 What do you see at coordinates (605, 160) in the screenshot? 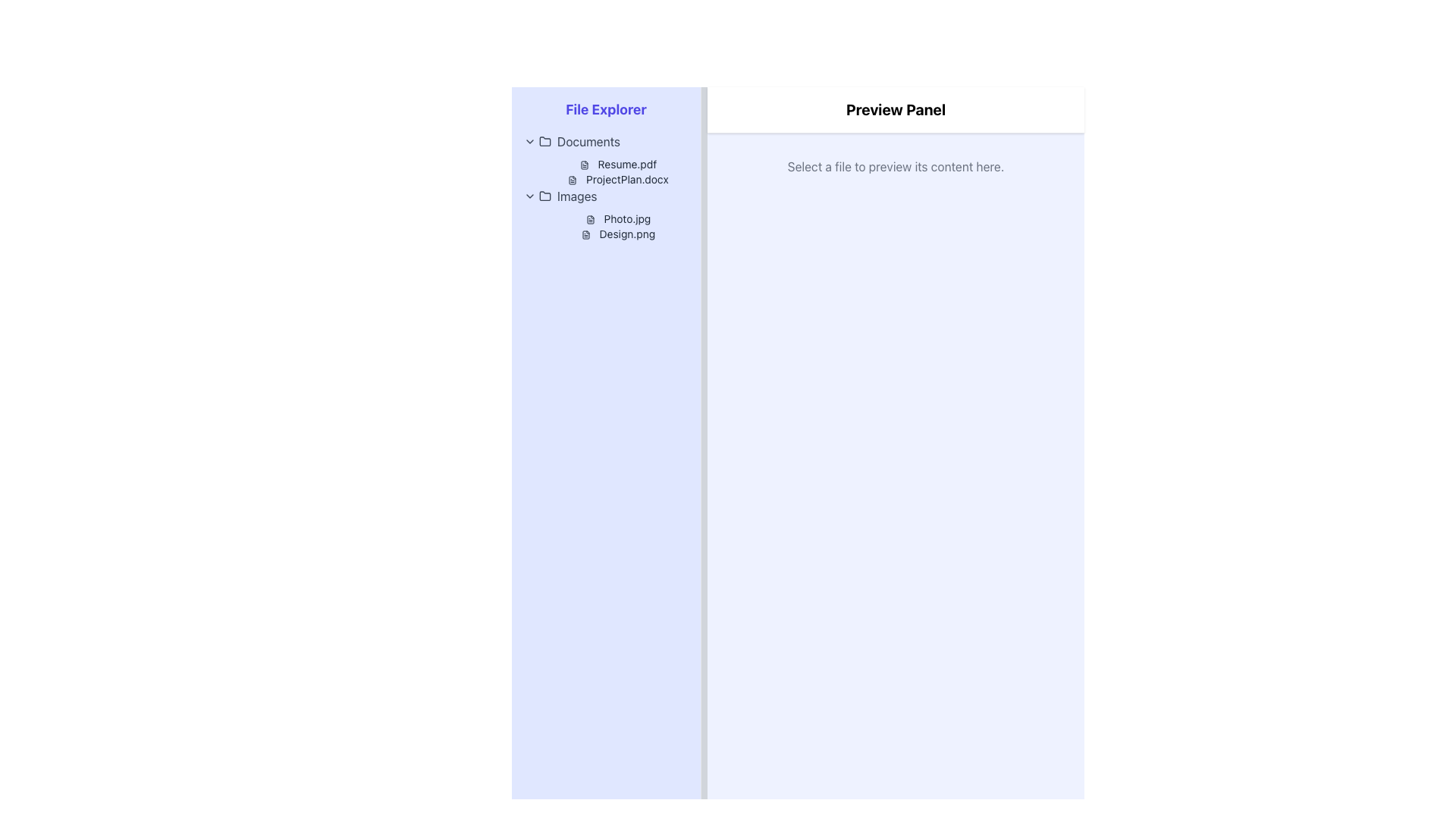
I see `the List Item Group displaying files in the 'Documents' folder located in the left pane of the interface` at bounding box center [605, 160].